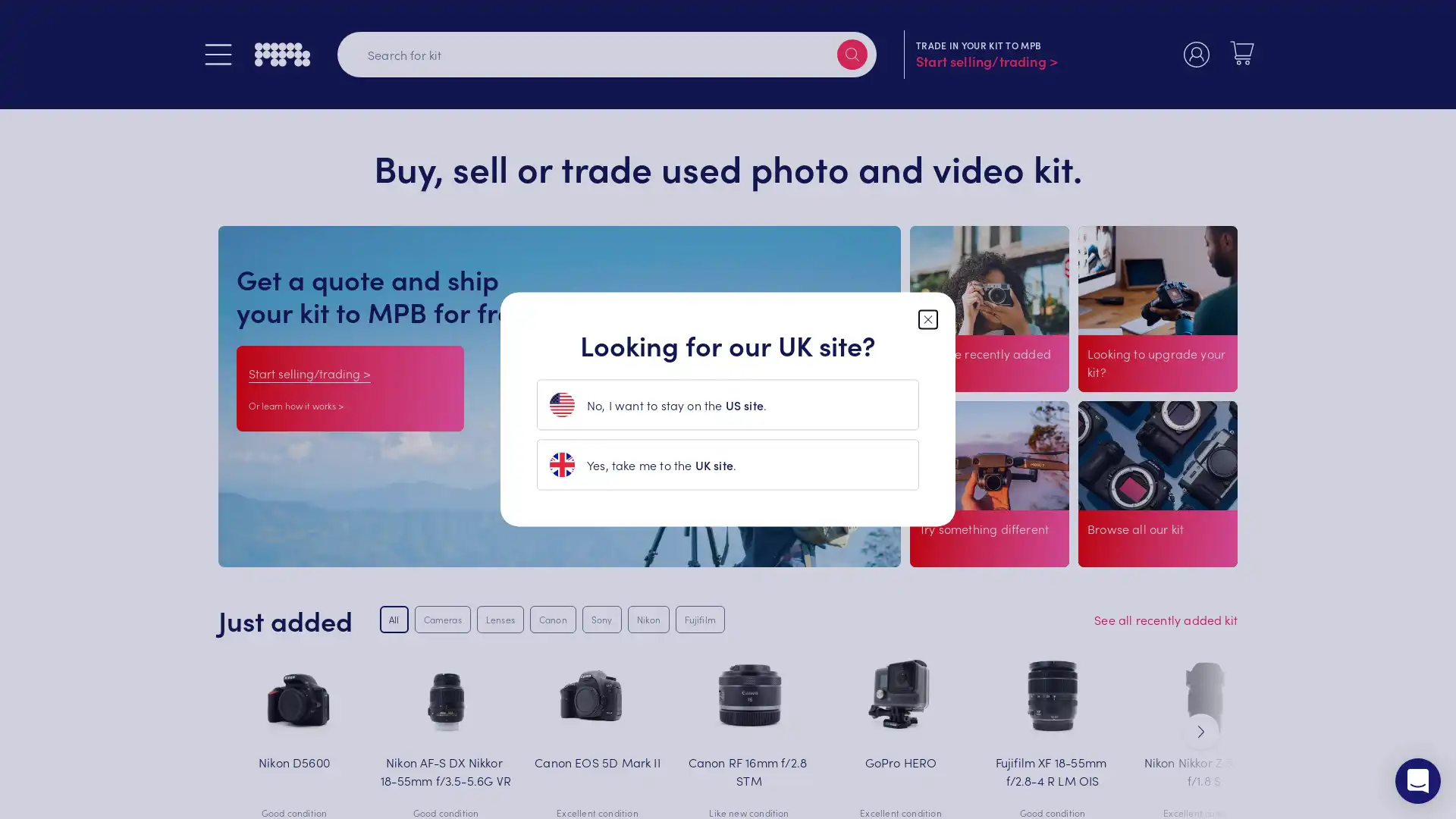 The width and height of the screenshot is (1456, 819). I want to click on Or learn how it works >, so click(296, 404).